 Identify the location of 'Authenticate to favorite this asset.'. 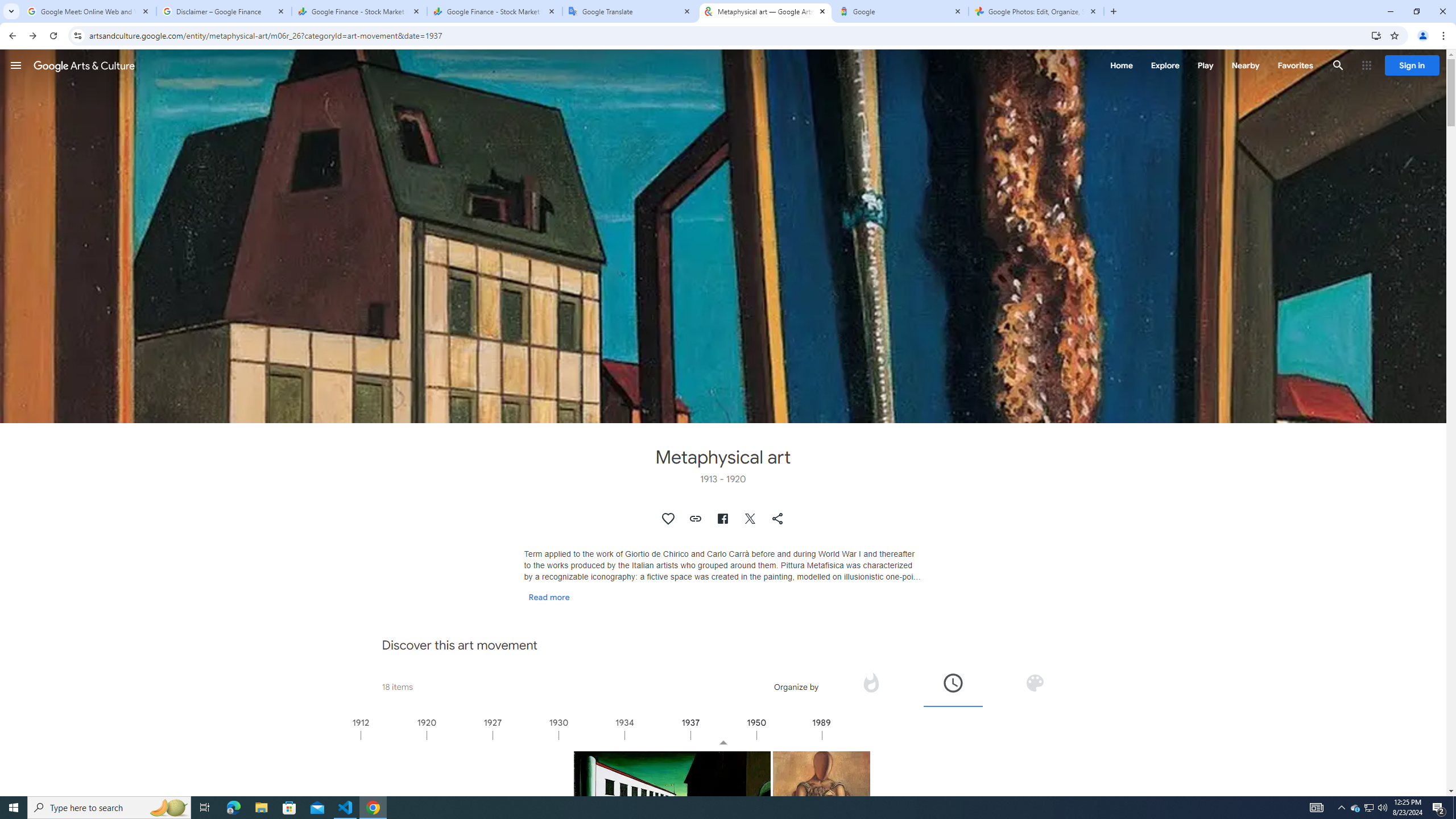
(668, 518).